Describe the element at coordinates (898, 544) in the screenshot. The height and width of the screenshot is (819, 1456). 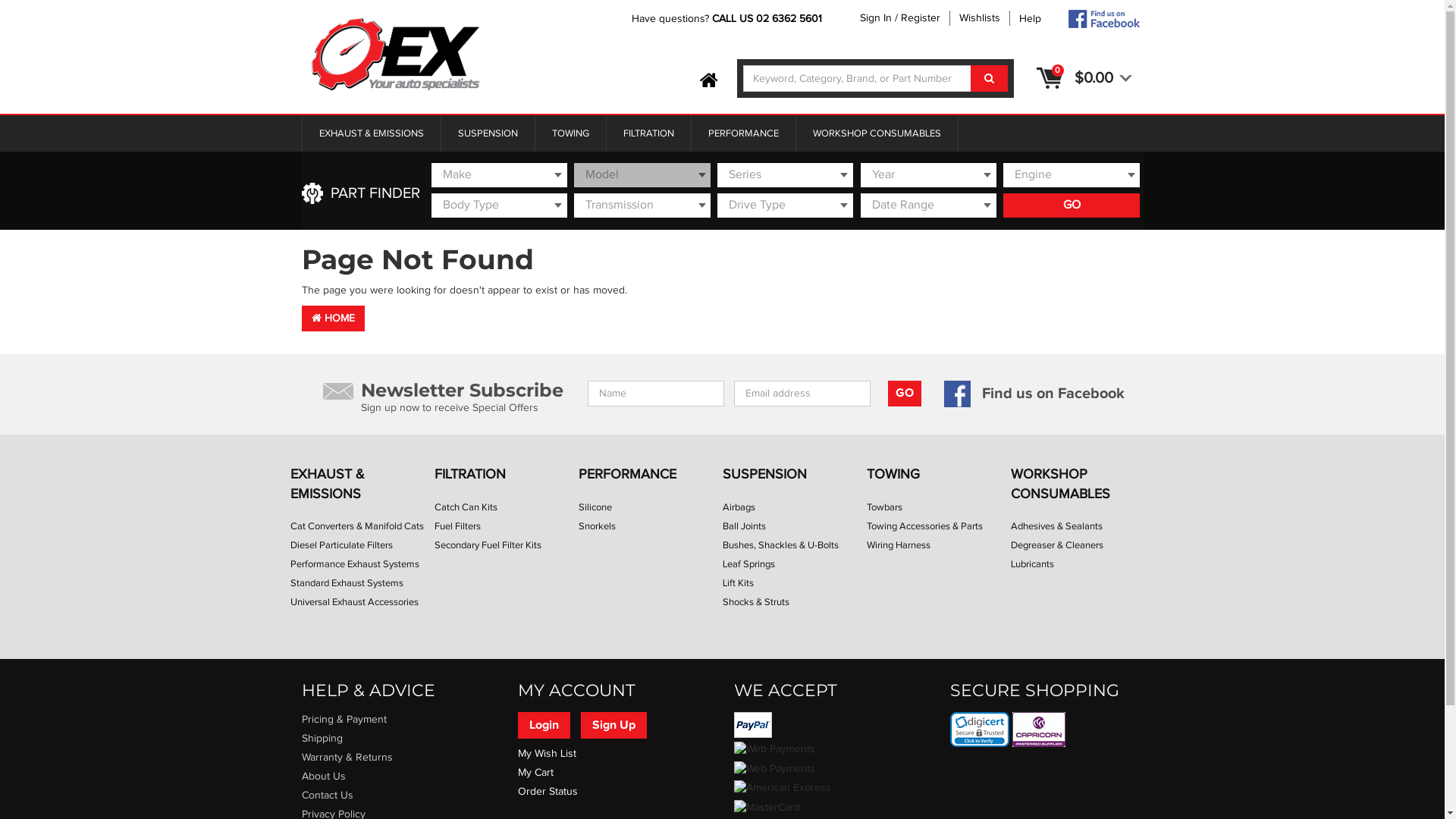
I see `'Wiring Harness'` at that location.